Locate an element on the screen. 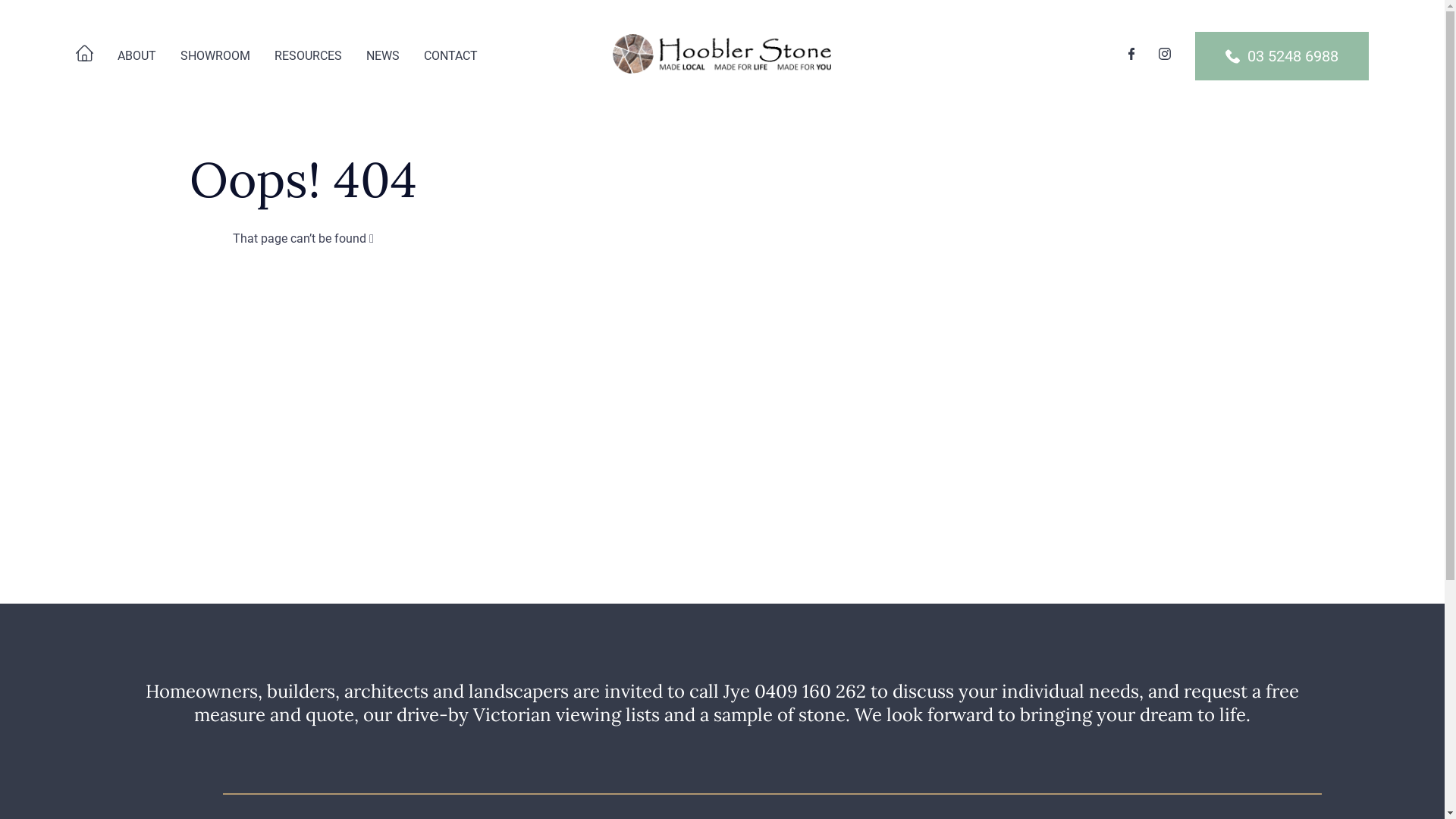  '03 5248 6988' is located at coordinates (1281, 55).